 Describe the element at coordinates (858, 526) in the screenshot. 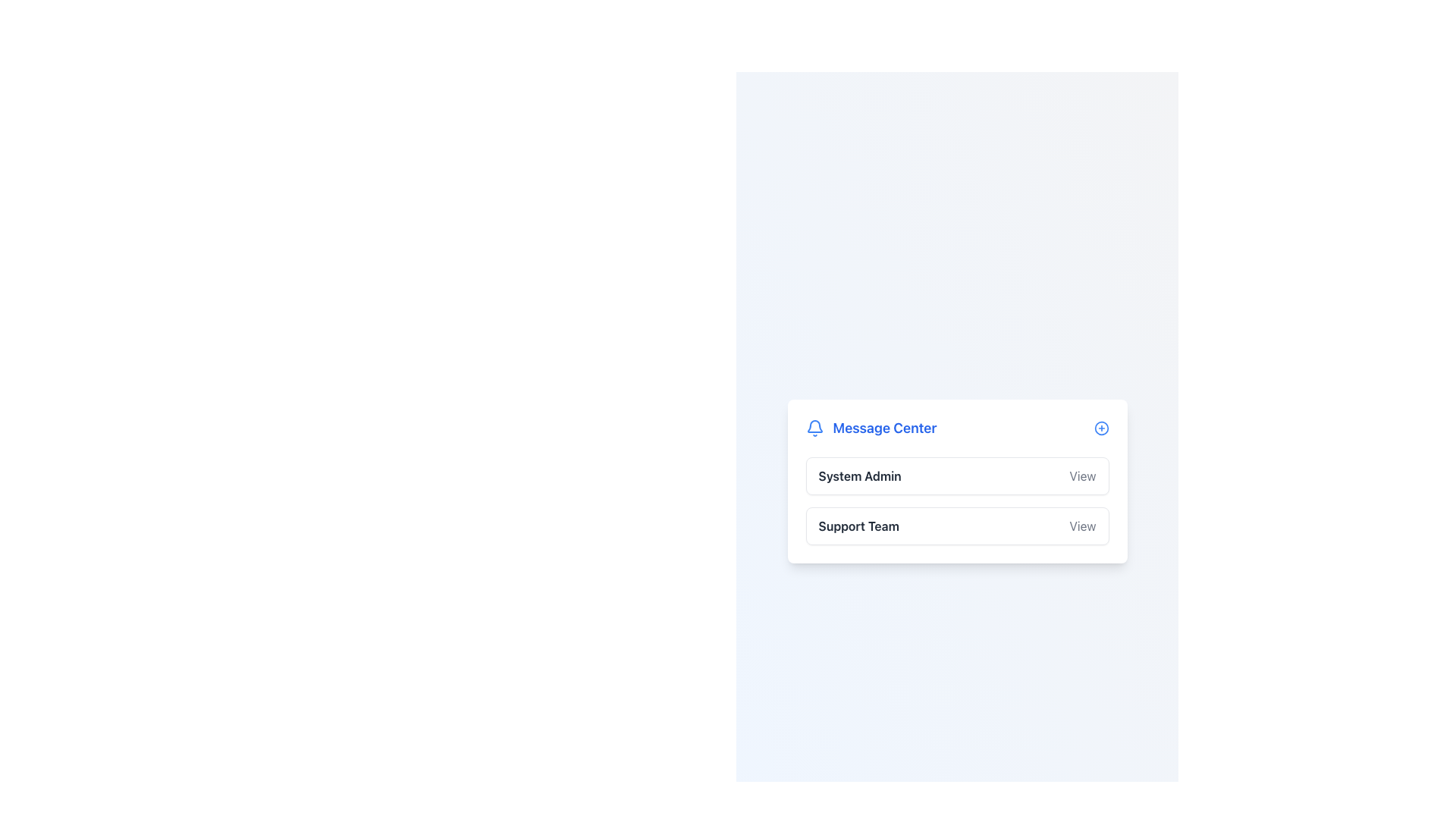

I see `the Text Label that indicates a group or category of information, located below the 'System Admin' text entry and to the left of the 'View' link in the 'Message Center' card` at that location.